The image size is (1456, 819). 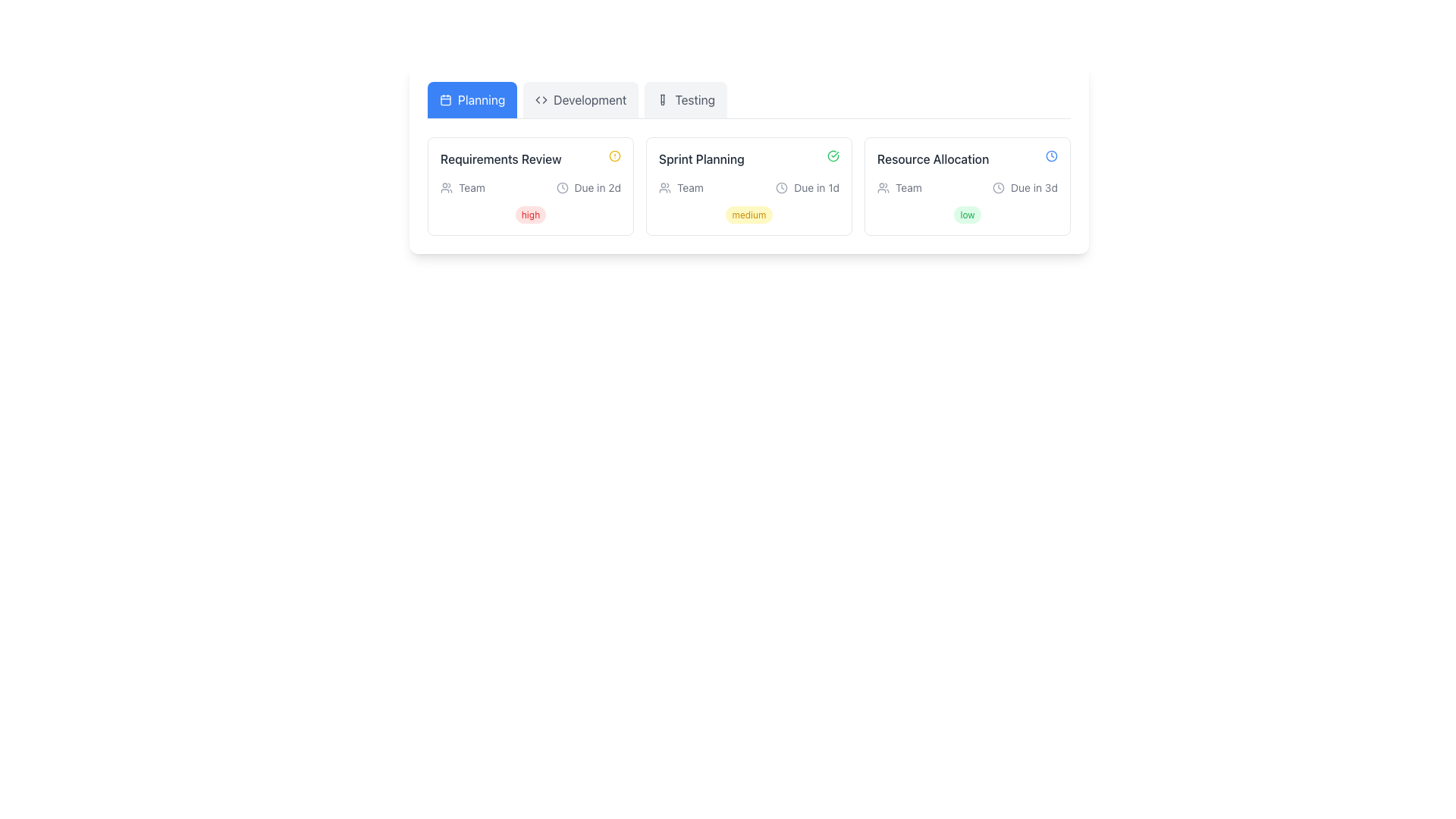 What do you see at coordinates (580, 99) in the screenshot?
I see `the 'Development' navigation tab, which is the second tab in the horizontal tab group located between 'Planning' and 'Testing'` at bounding box center [580, 99].